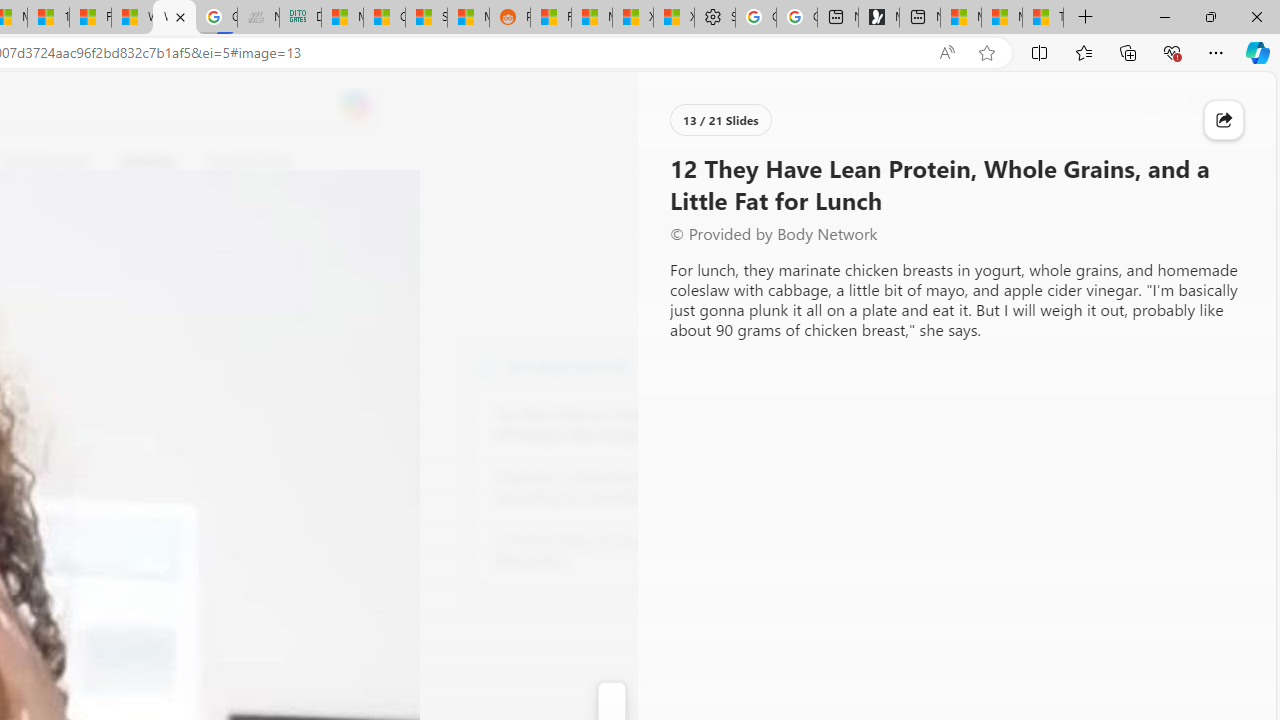 This screenshot has width=1280, height=720. What do you see at coordinates (1223, 120) in the screenshot?
I see `'Class: at-item immersive'` at bounding box center [1223, 120].